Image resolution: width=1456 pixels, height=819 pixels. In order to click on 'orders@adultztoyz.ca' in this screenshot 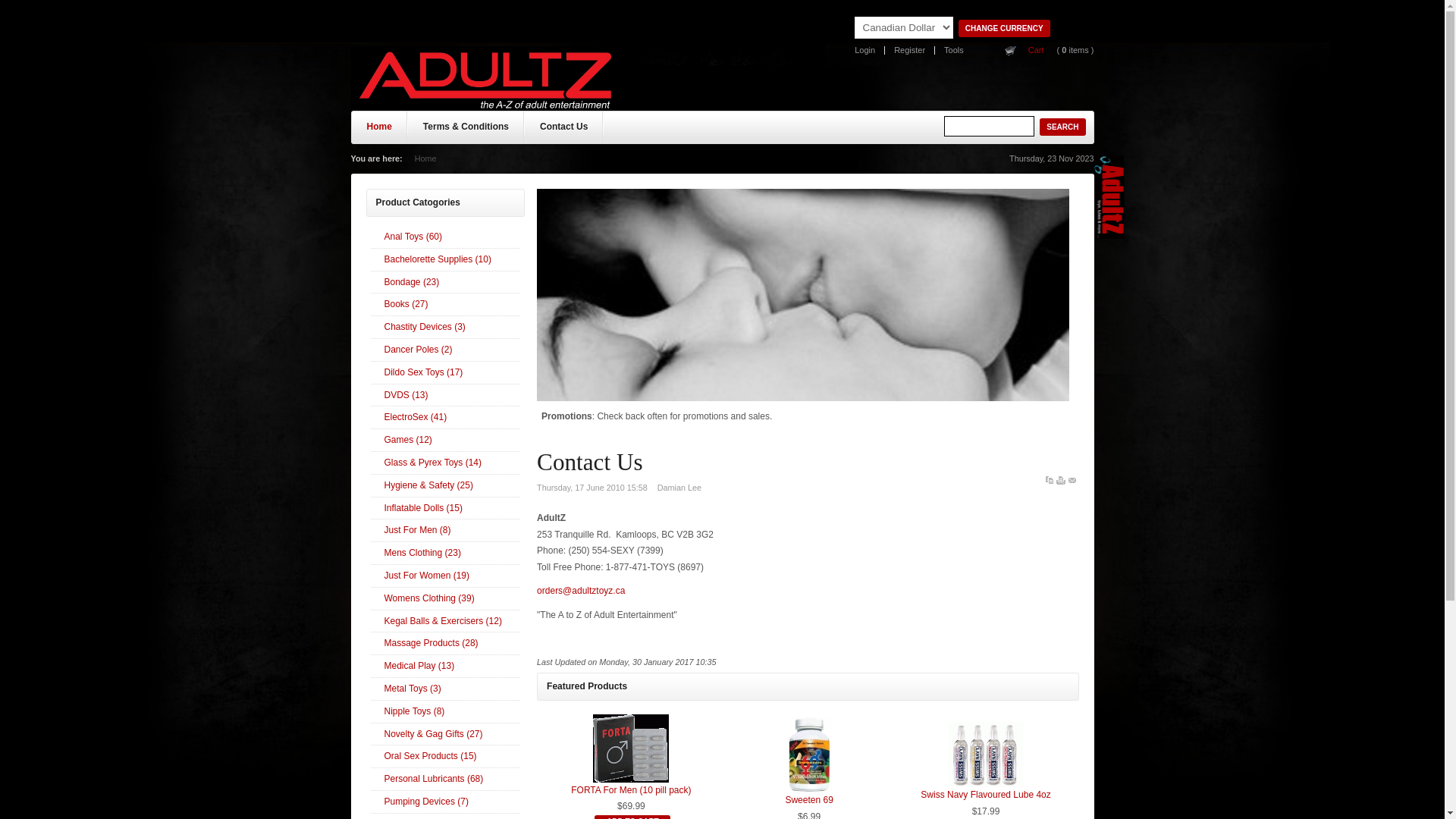, I will do `click(580, 590)`.